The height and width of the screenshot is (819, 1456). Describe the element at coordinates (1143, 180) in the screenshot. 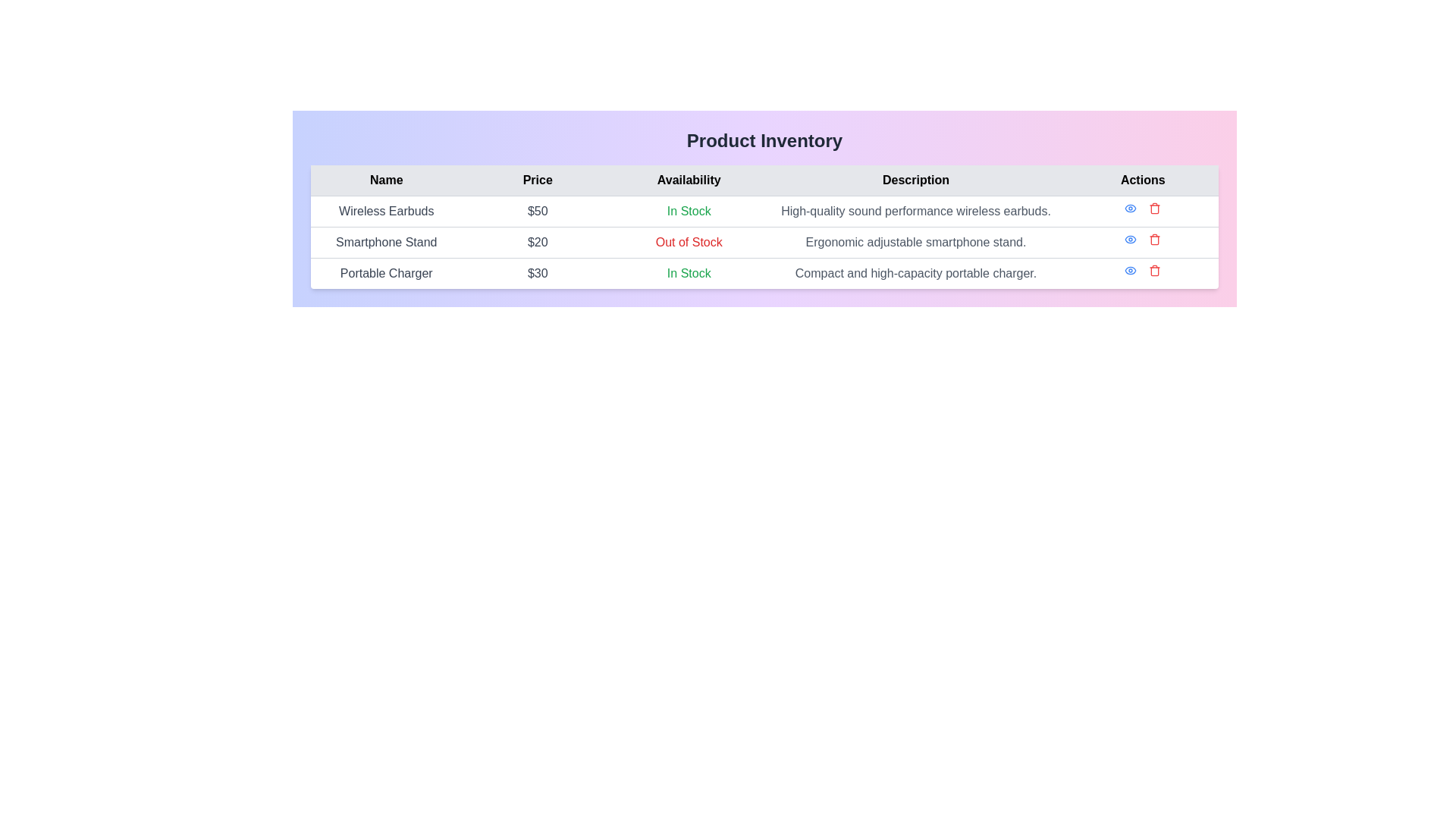

I see `the 'Actions' column header text label in the structured table layout, which is positioned in the last column and adjacent to the 'Description' column` at that location.